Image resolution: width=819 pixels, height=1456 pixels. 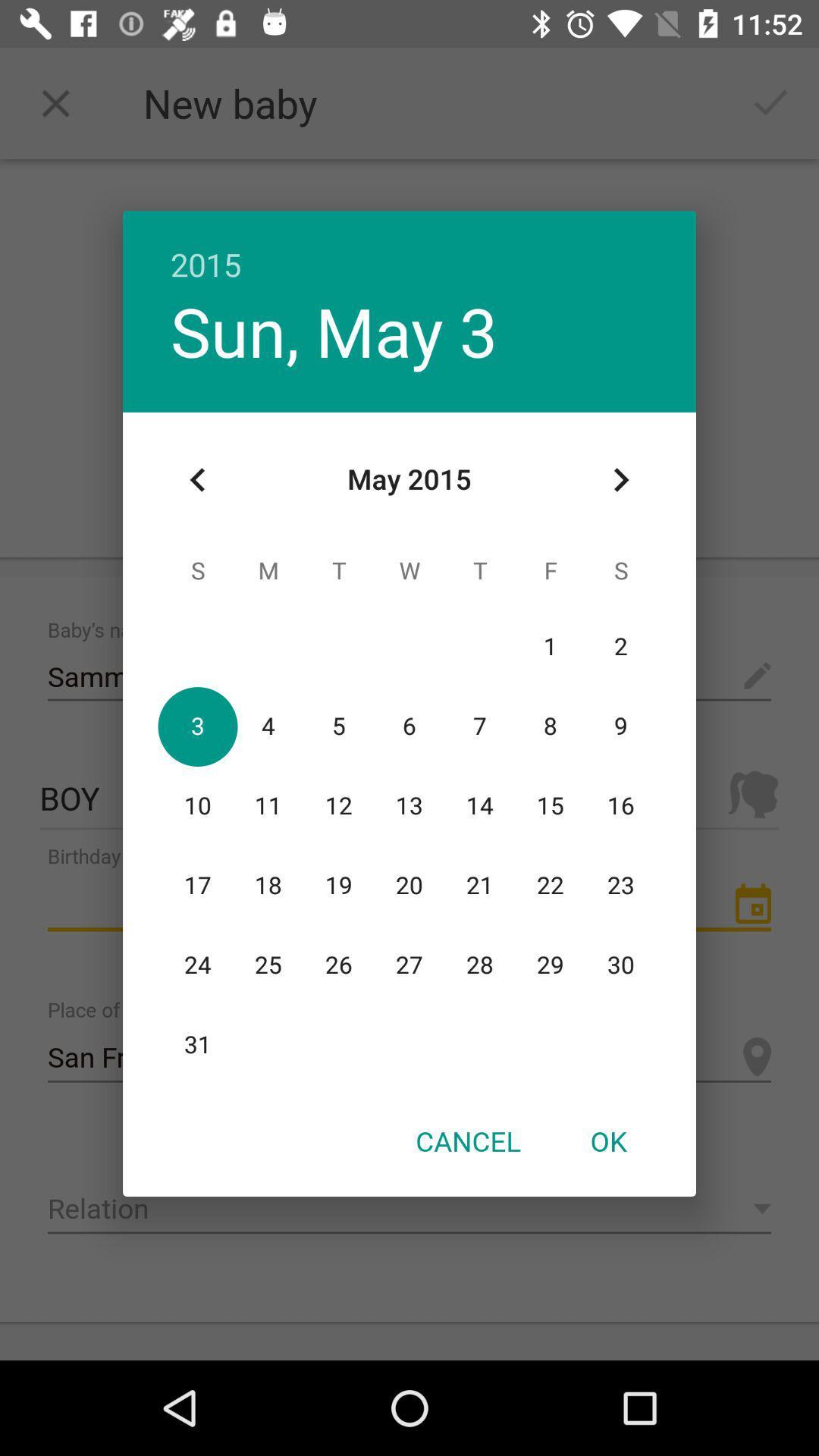 I want to click on the ok at the bottom right corner, so click(x=607, y=1141).